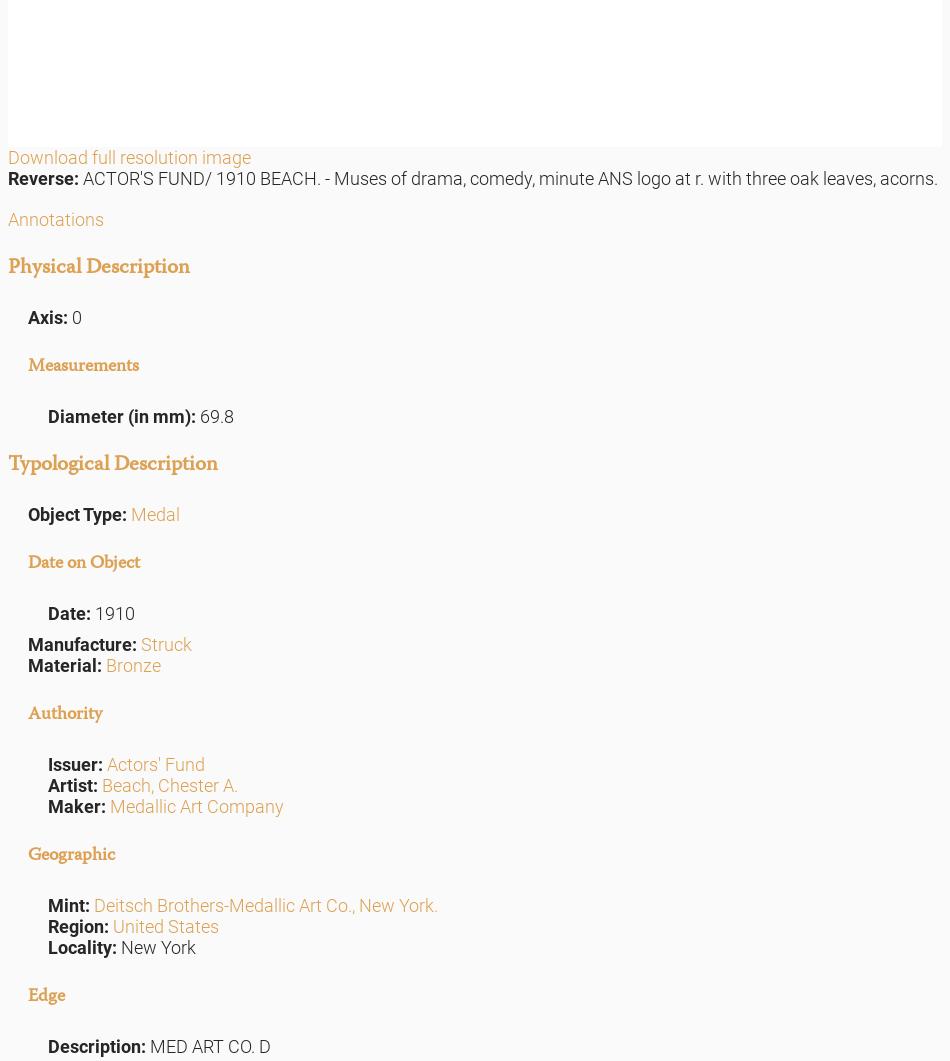 The image size is (950, 1061). Describe the element at coordinates (47, 903) in the screenshot. I see `'Mint:'` at that location.